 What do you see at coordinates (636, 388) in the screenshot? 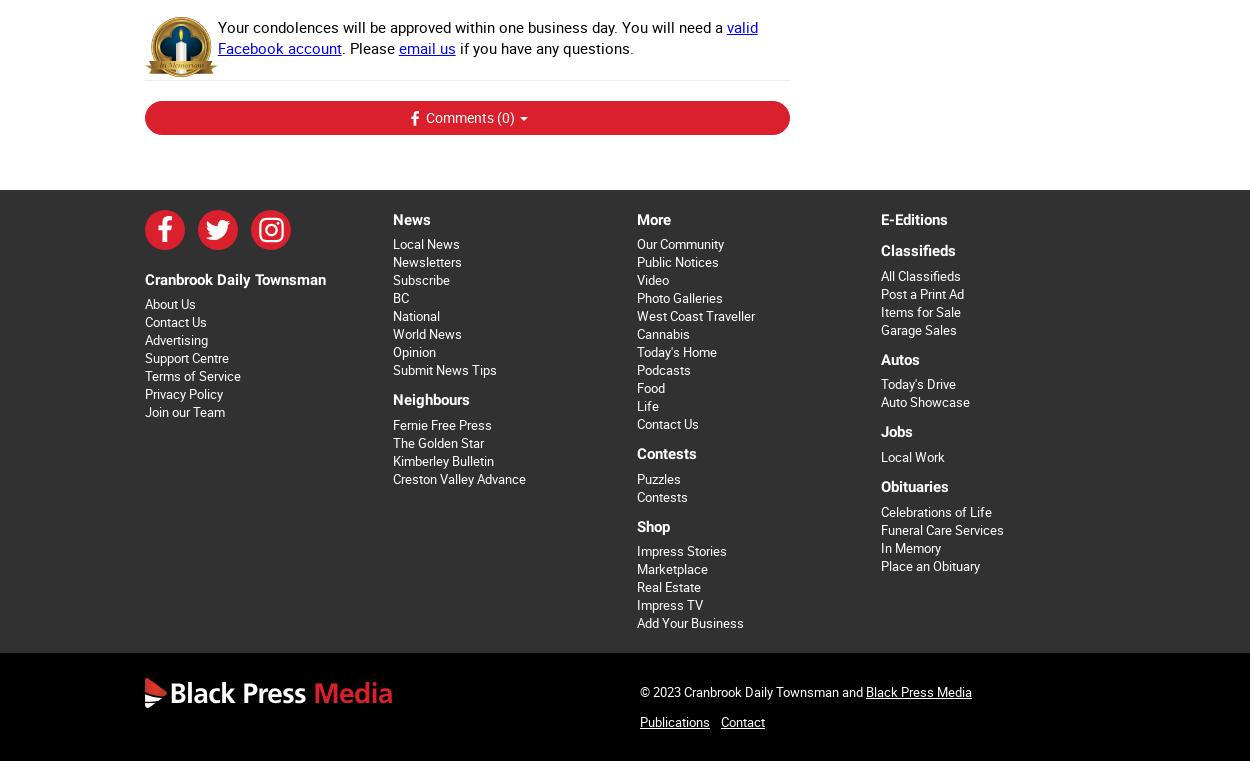
I see `'Food'` at bounding box center [636, 388].